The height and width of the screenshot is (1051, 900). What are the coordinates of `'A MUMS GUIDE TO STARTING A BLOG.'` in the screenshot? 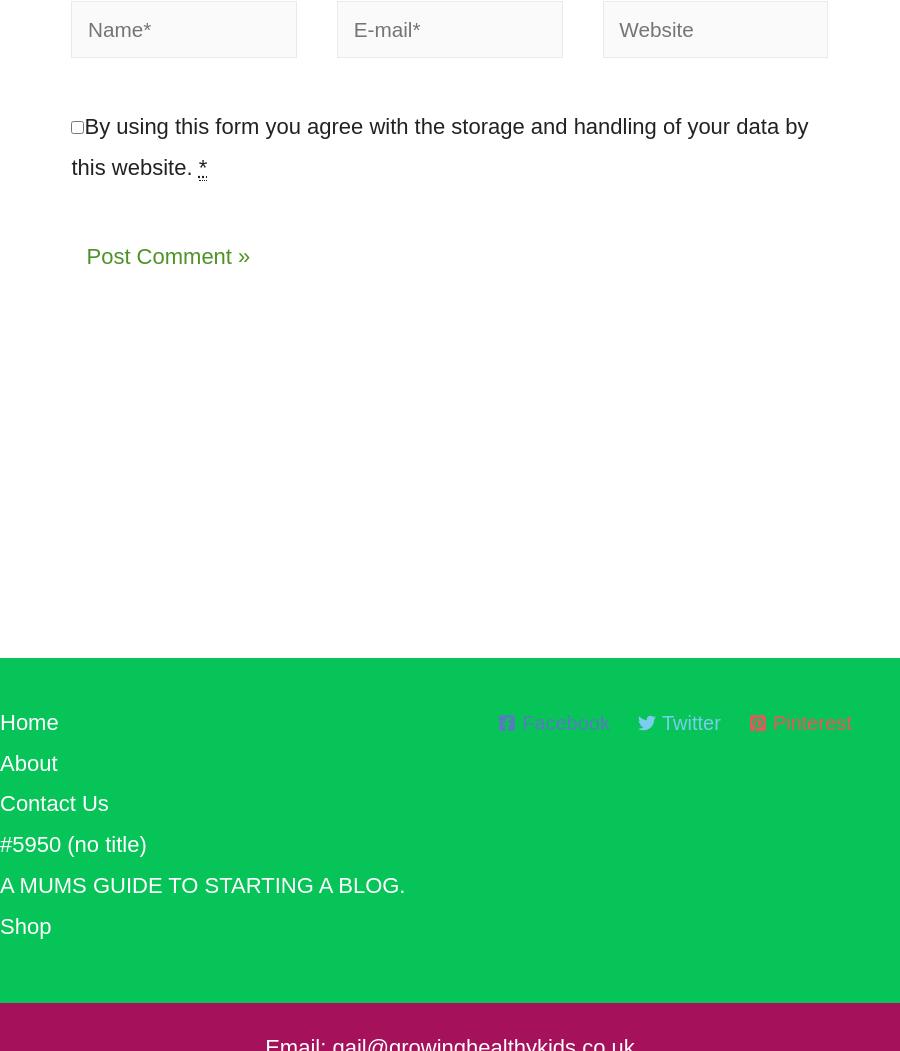 It's located at (0, 894).